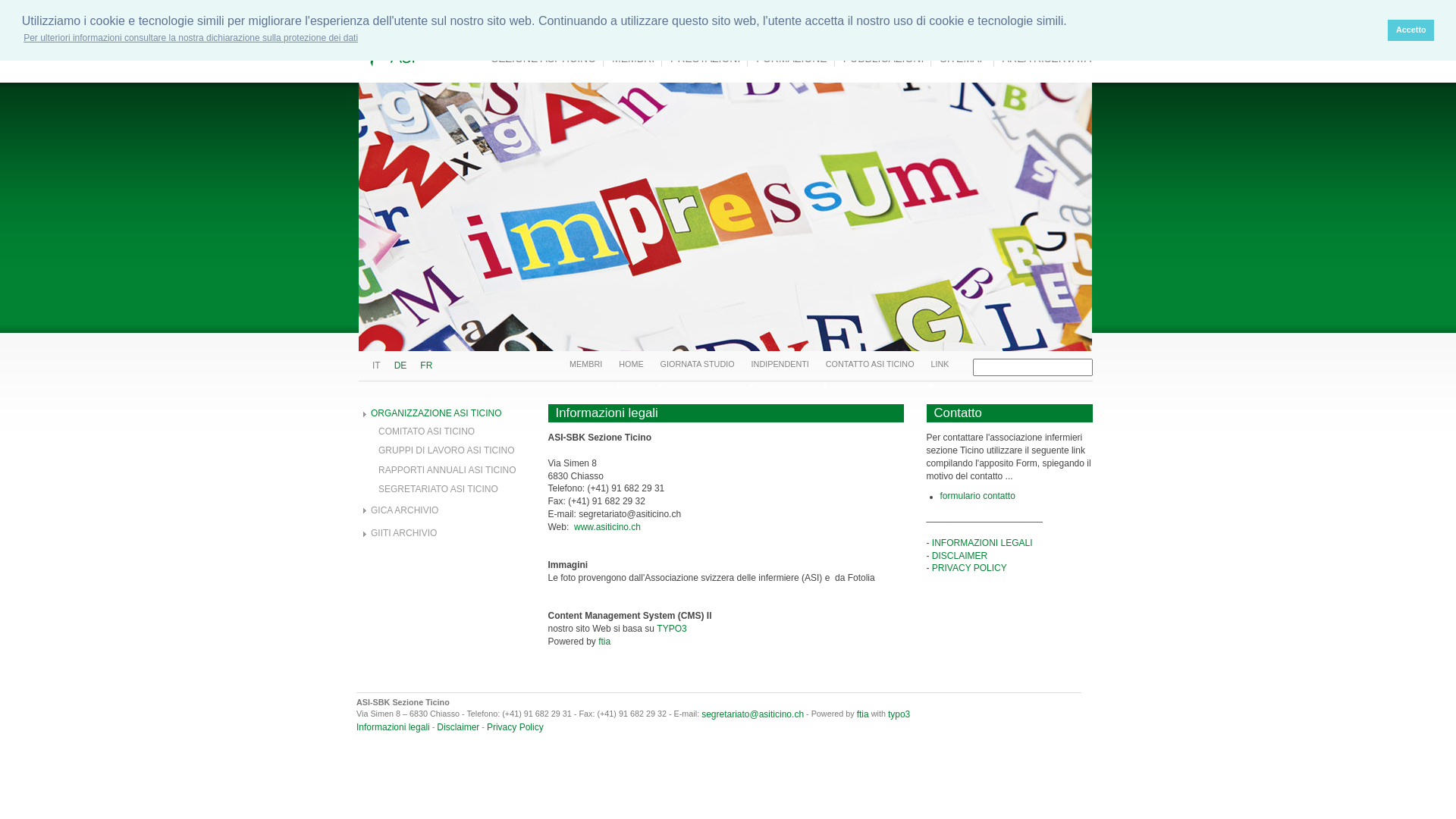 The height and width of the screenshot is (819, 1456). Describe the element at coordinates (968, 567) in the screenshot. I see `'PRIVACY POLICY'` at that location.